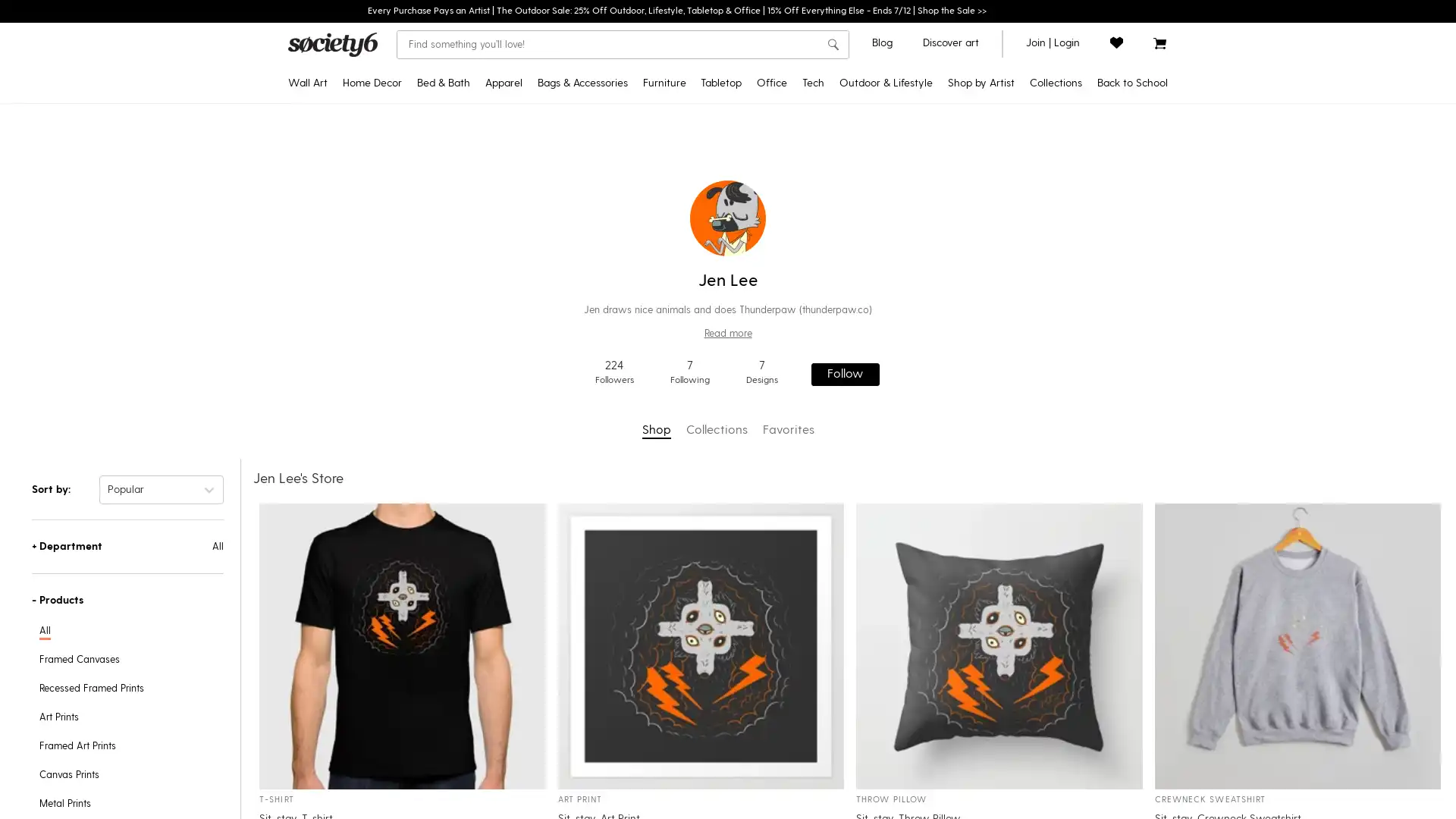  What do you see at coordinates (999, 121) in the screenshot?
I see `Pride MonthNEW` at bounding box center [999, 121].